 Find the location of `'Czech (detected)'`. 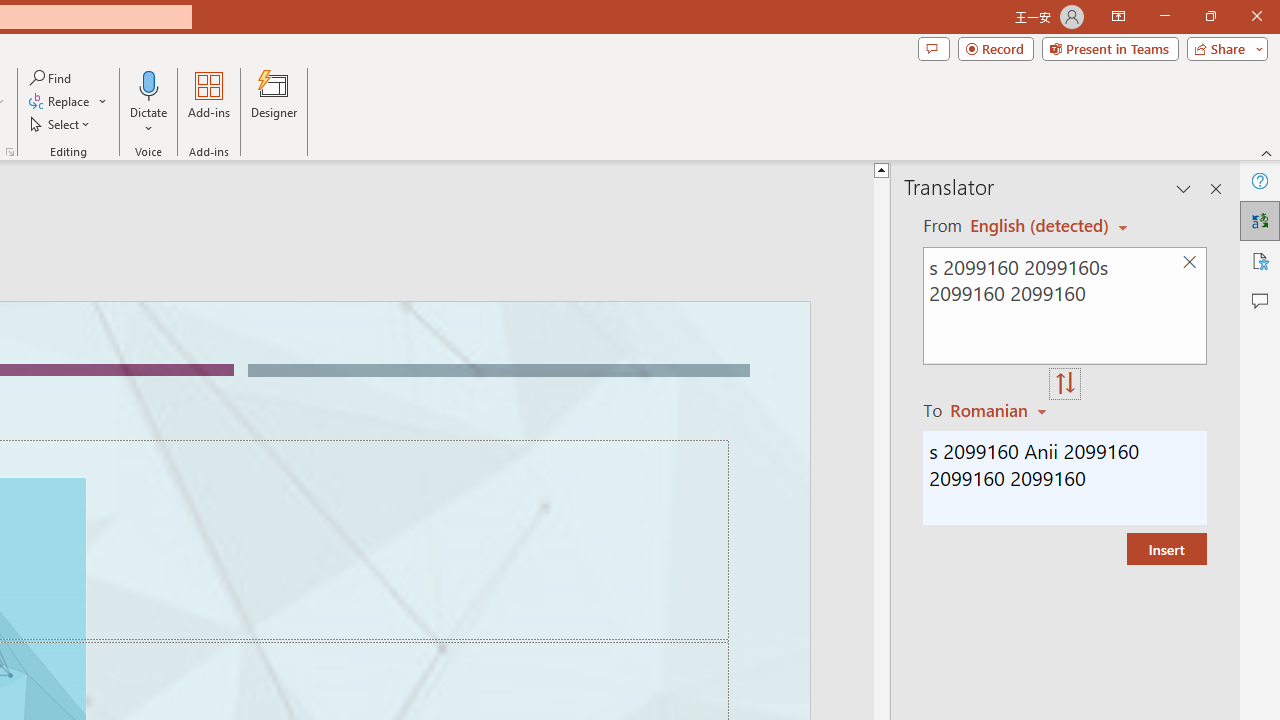

'Czech (detected)' is located at coordinates (1040, 225).